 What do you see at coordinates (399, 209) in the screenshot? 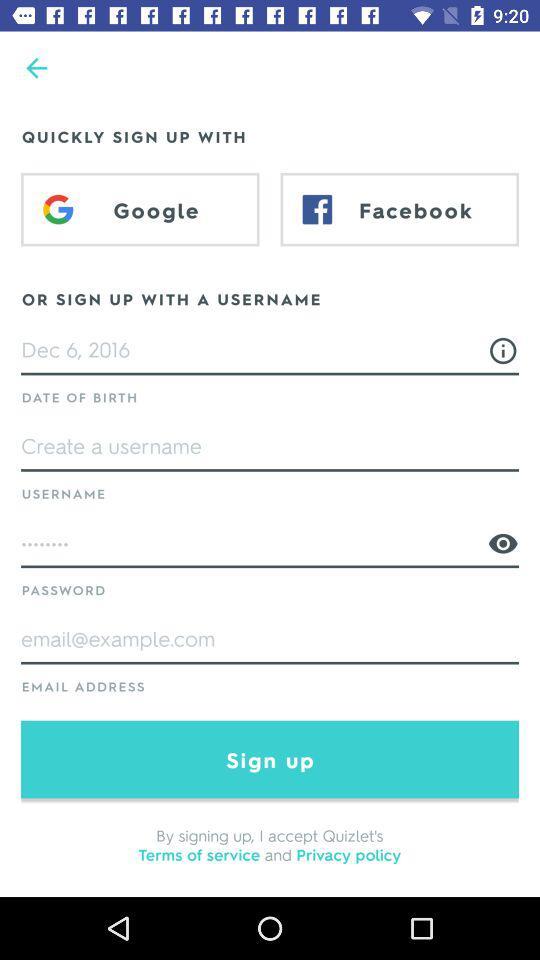
I see `item next to the google item` at bounding box center [399, 209].